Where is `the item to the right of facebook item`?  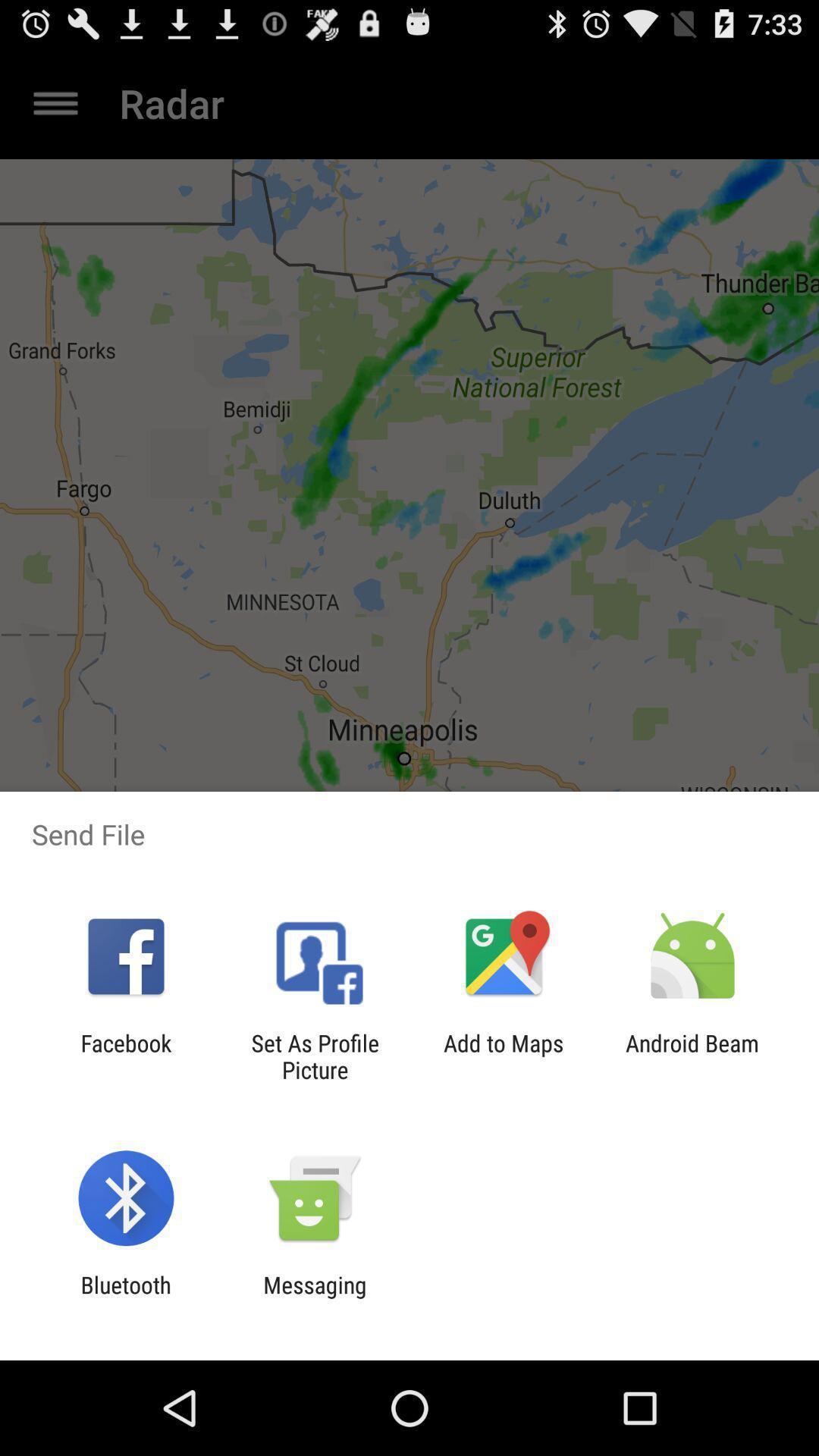 the item to the right of facebook item is located at coordinates (314, 1056).